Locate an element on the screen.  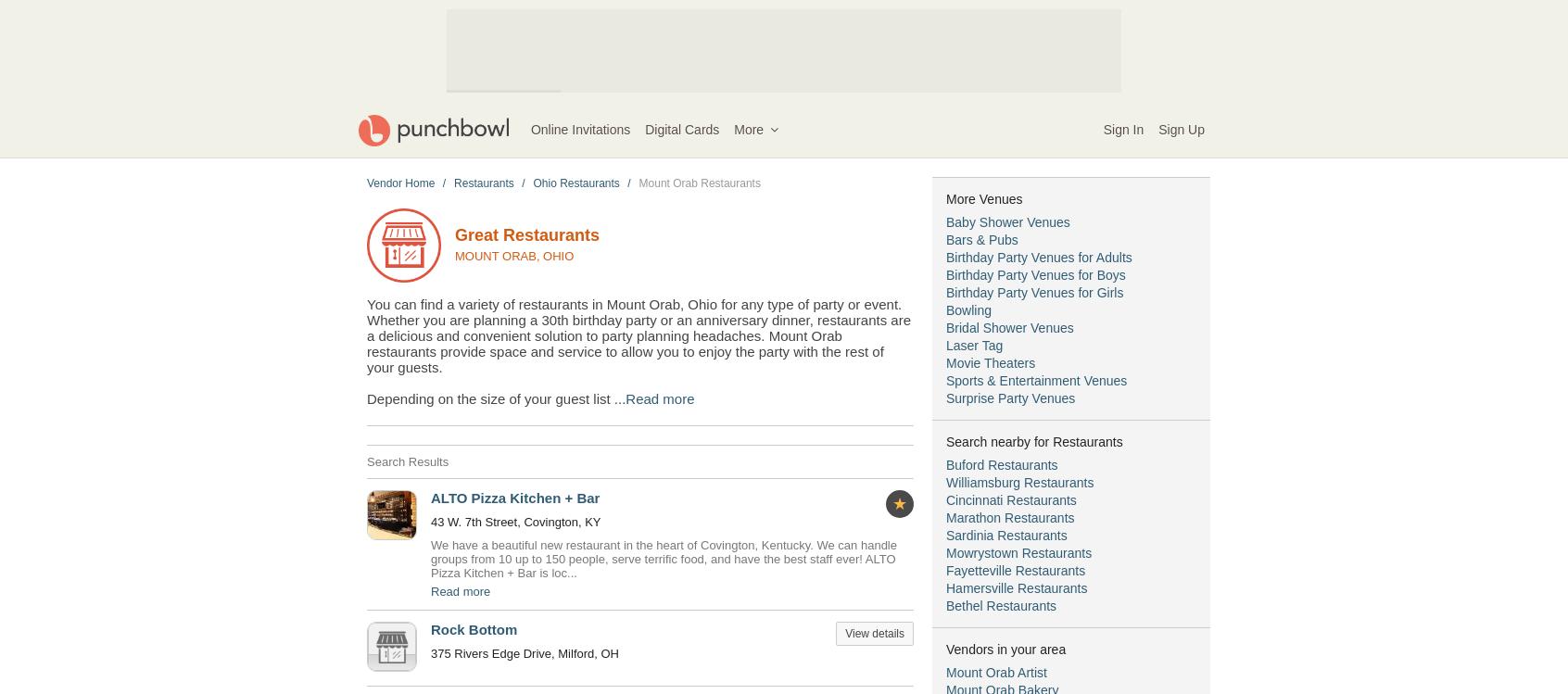
'We have a beautiful new restaurant in the heart of Covington, Kentucky. We can handle groups from 10 up to 150 people, serve terrific food, and have the best staff ever! ALTO Pizza Kitchen + Bar is loc...' is located at coordinates (663, 558).